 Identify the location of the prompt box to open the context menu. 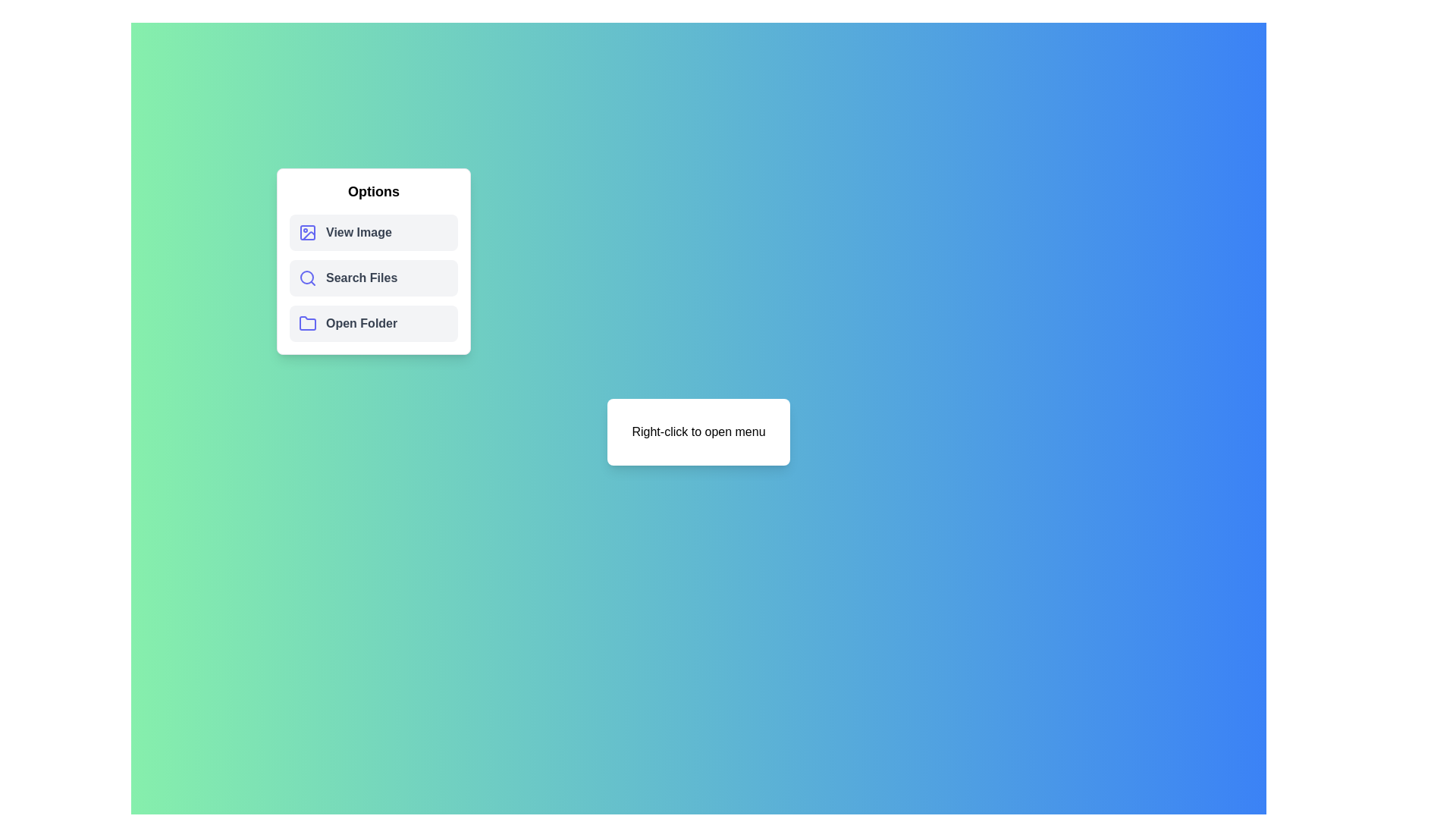
(698, 432).